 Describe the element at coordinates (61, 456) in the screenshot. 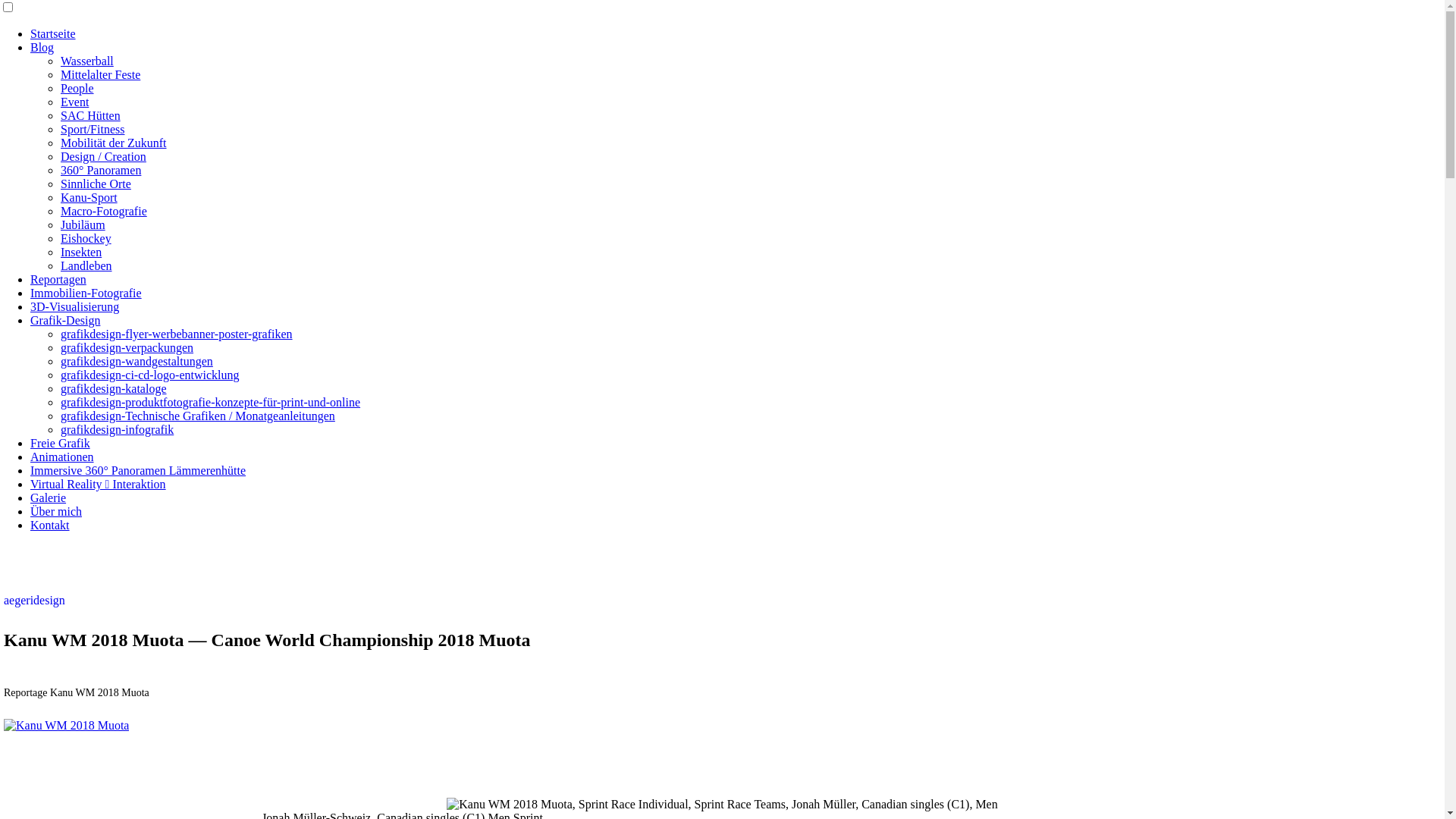

I see `'Animationen'` at that location.